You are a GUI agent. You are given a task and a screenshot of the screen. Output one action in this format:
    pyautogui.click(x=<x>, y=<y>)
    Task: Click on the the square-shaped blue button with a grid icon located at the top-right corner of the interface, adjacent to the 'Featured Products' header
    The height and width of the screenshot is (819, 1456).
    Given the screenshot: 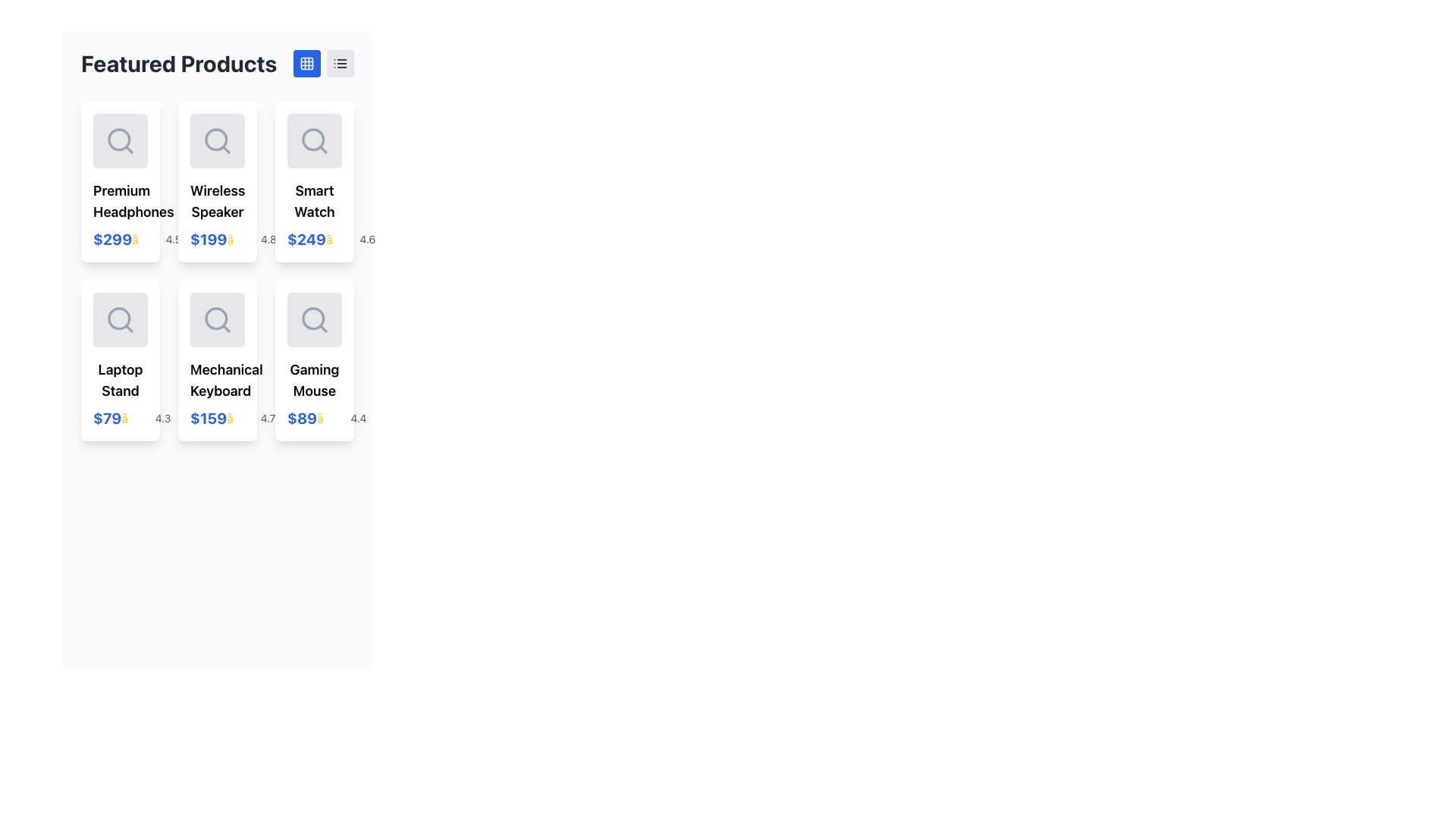 What is the action you would take?
    pyautogui.click(x=306, y=63)
    